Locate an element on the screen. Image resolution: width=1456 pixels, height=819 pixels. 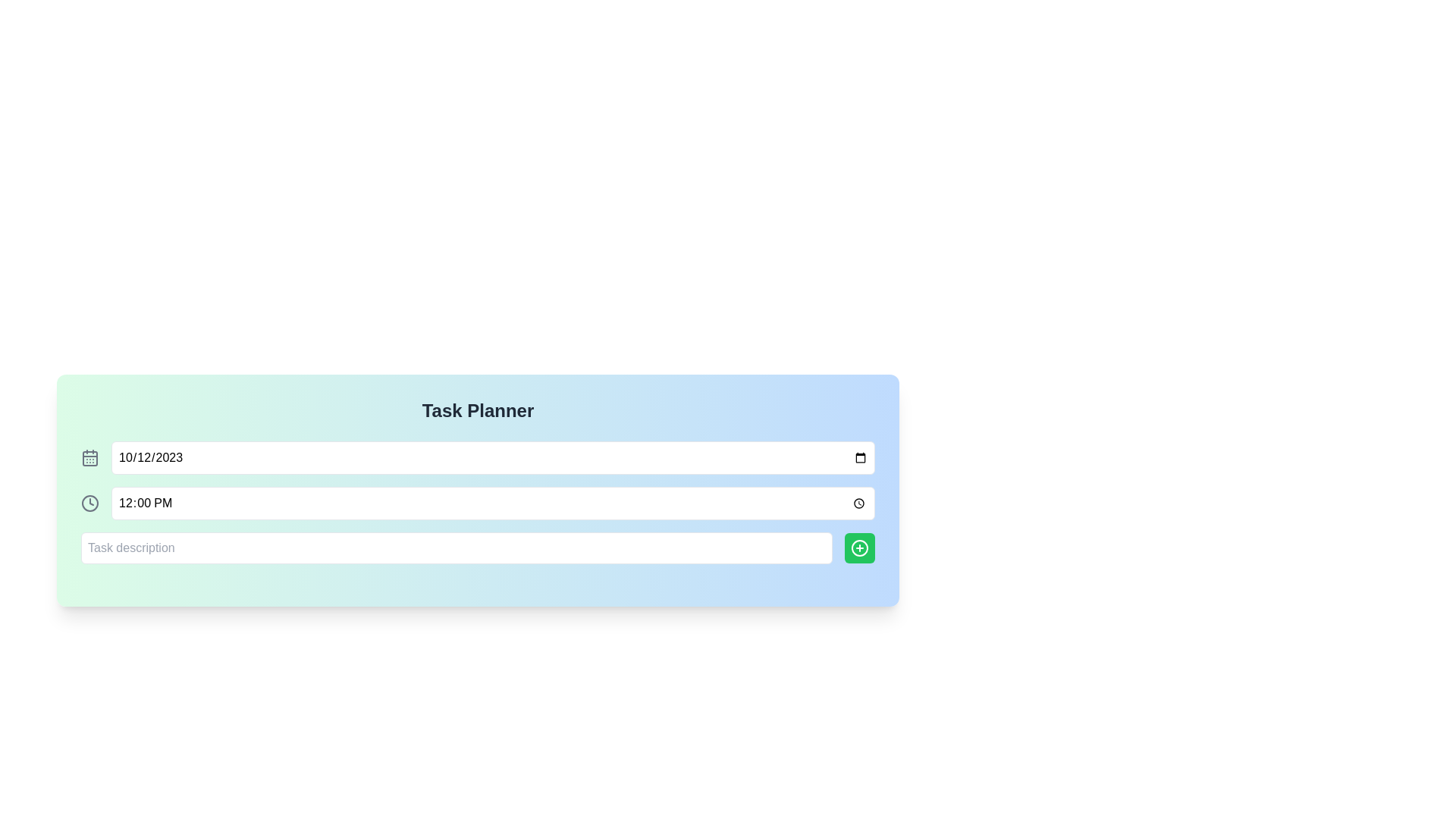
the SVG circle representing the outer circular edge of the clock icon located to the left of the time input field in the task planner interface is located at coordinates (89, 503).